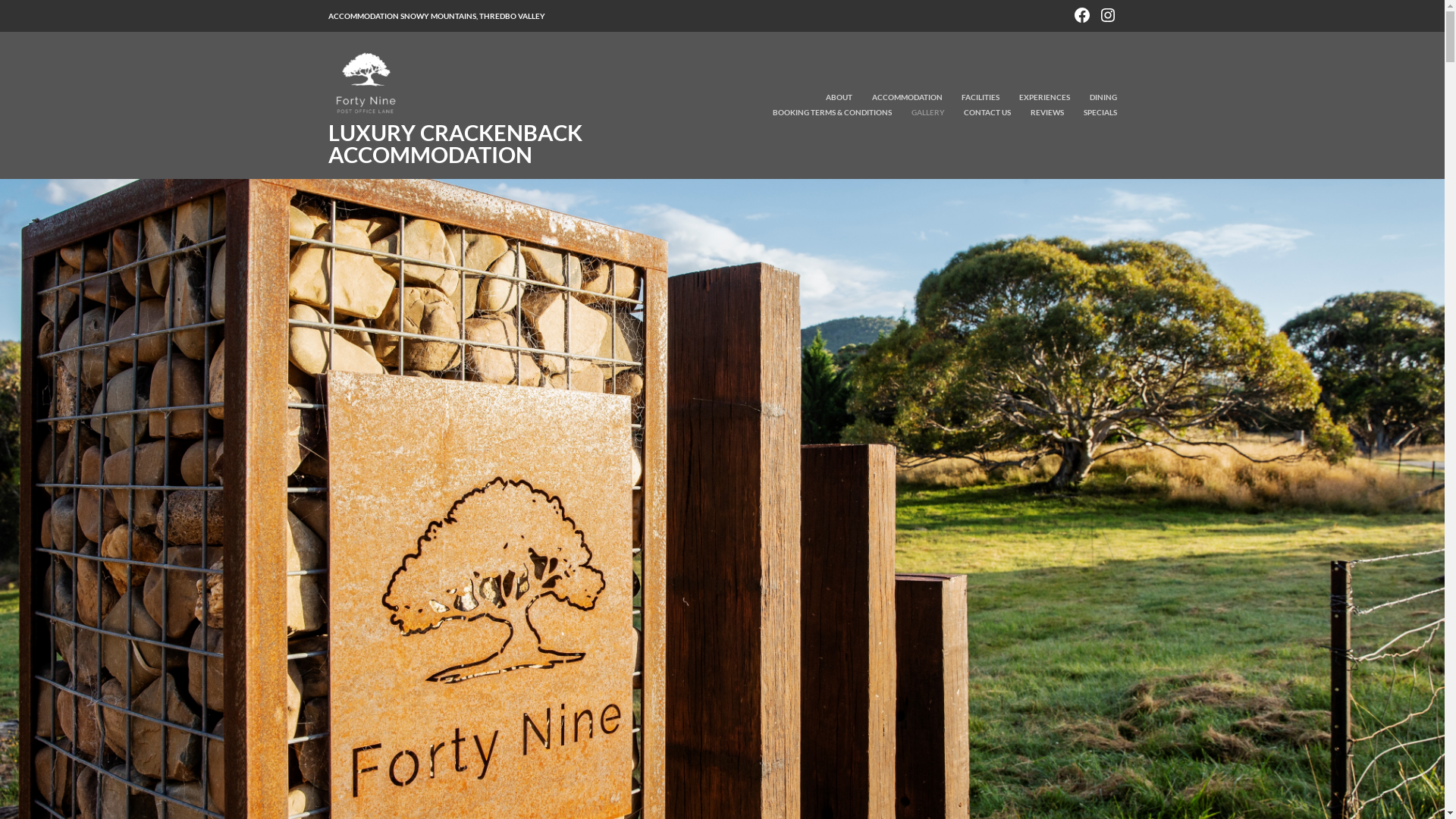 The height and width of the screenshot is (819, 1456). What do you see at coordinates (1034, 97) in the screenshot?
I see `'EXPERIENCES'` at bounding box center [1034, 97].